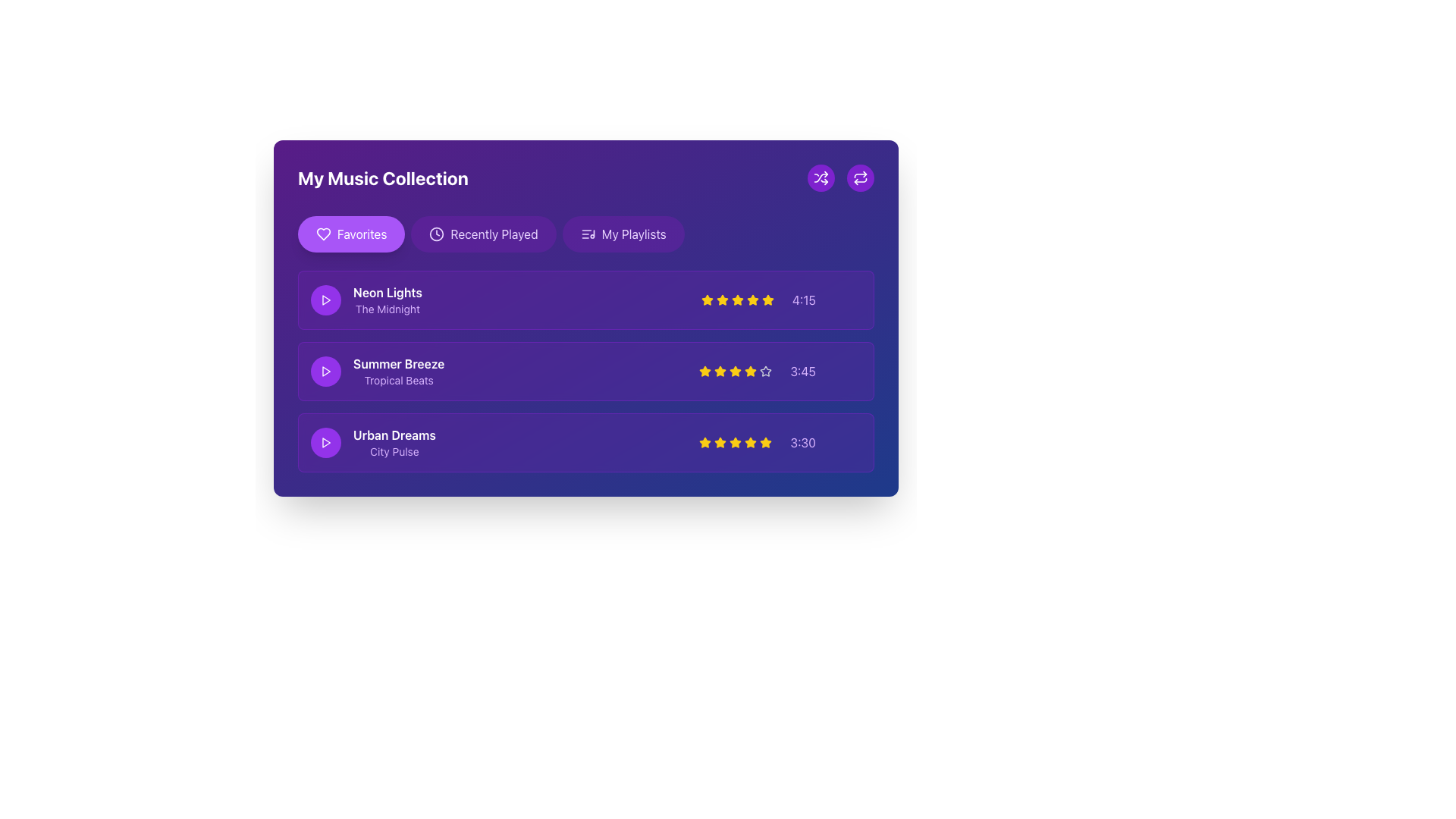  Describe the element at coordinates (483, 234) in the screenshot. I see `the 'Recently Played' button, which is the second button in a group of three buttons with a purple background and a circular clock icon to its left` at that location.